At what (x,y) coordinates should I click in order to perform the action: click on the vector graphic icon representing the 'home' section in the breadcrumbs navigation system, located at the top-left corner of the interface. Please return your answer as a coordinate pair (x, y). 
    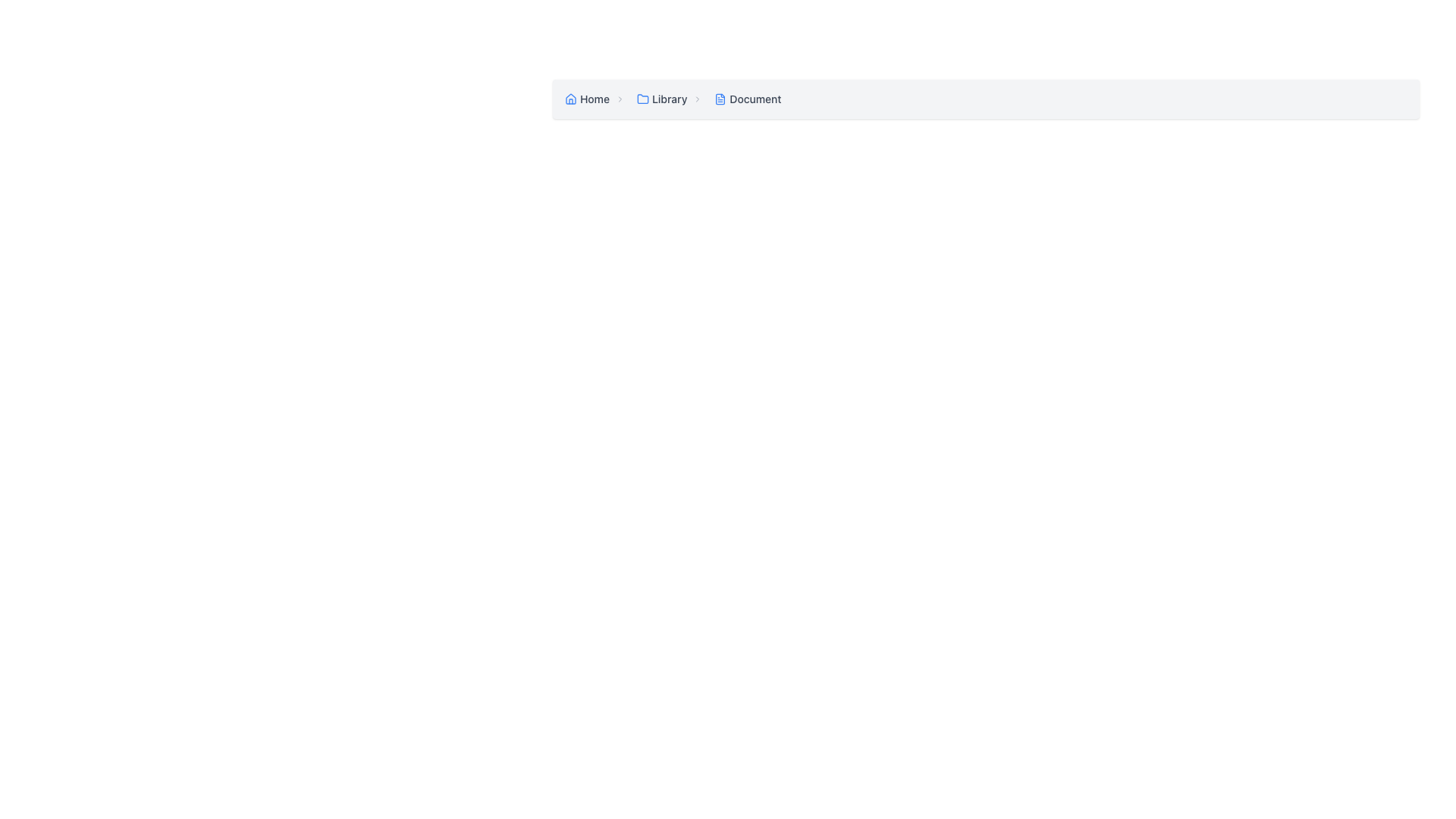
    Looking at the image, I should click on (570, 99).